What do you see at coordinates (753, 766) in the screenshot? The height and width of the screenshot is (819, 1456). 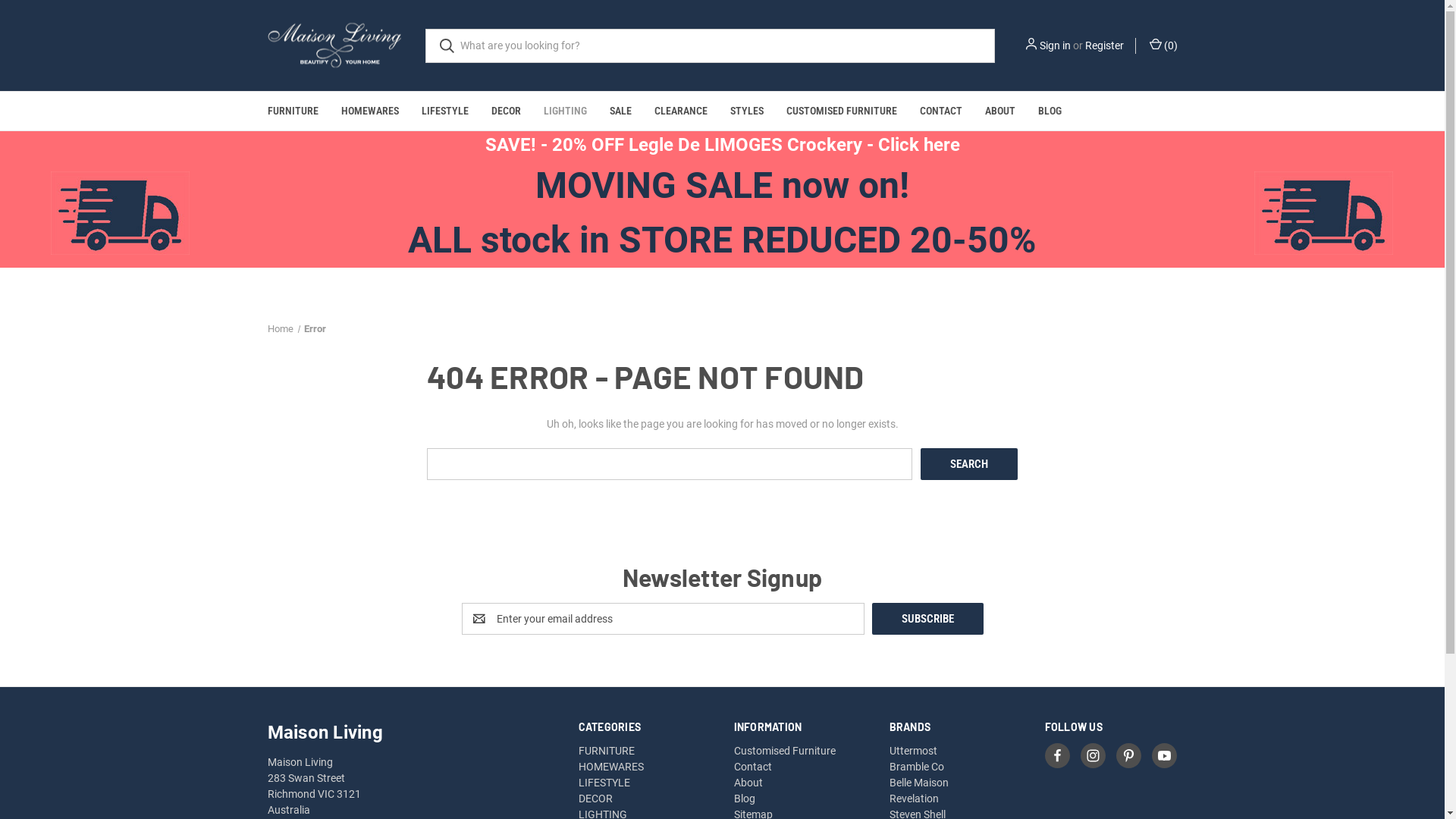 I see `'Contact'` at bounding box center [753, 766].